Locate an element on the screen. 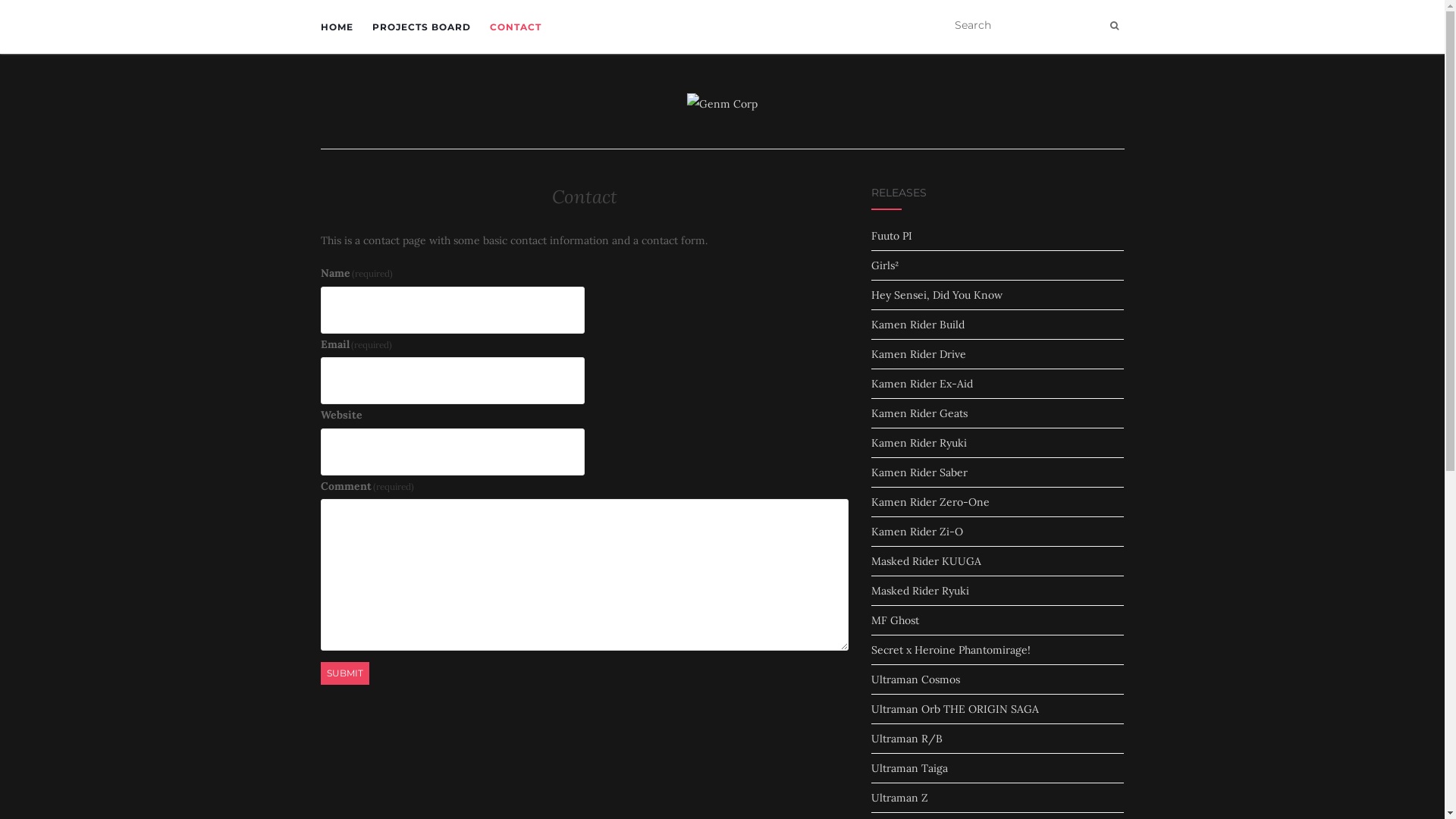 Image resolution: width=1456 pixels, height=819 pixels. 'Ultraman Taiga' is located at coordinates (909, 768).